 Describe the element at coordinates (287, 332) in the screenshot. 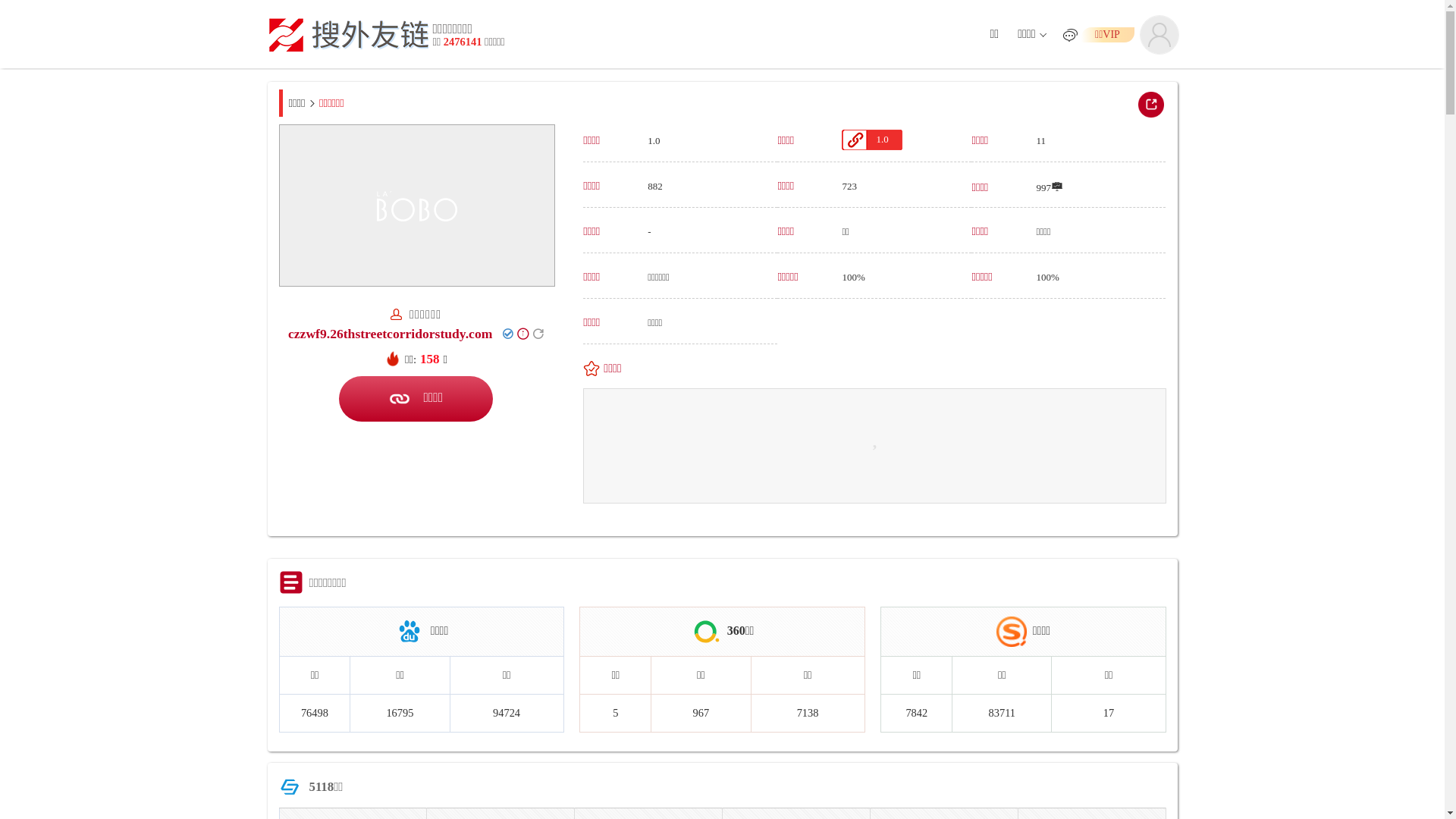

I see `'czzwf9.26thstreetcorridorstudy.com'` at that location.